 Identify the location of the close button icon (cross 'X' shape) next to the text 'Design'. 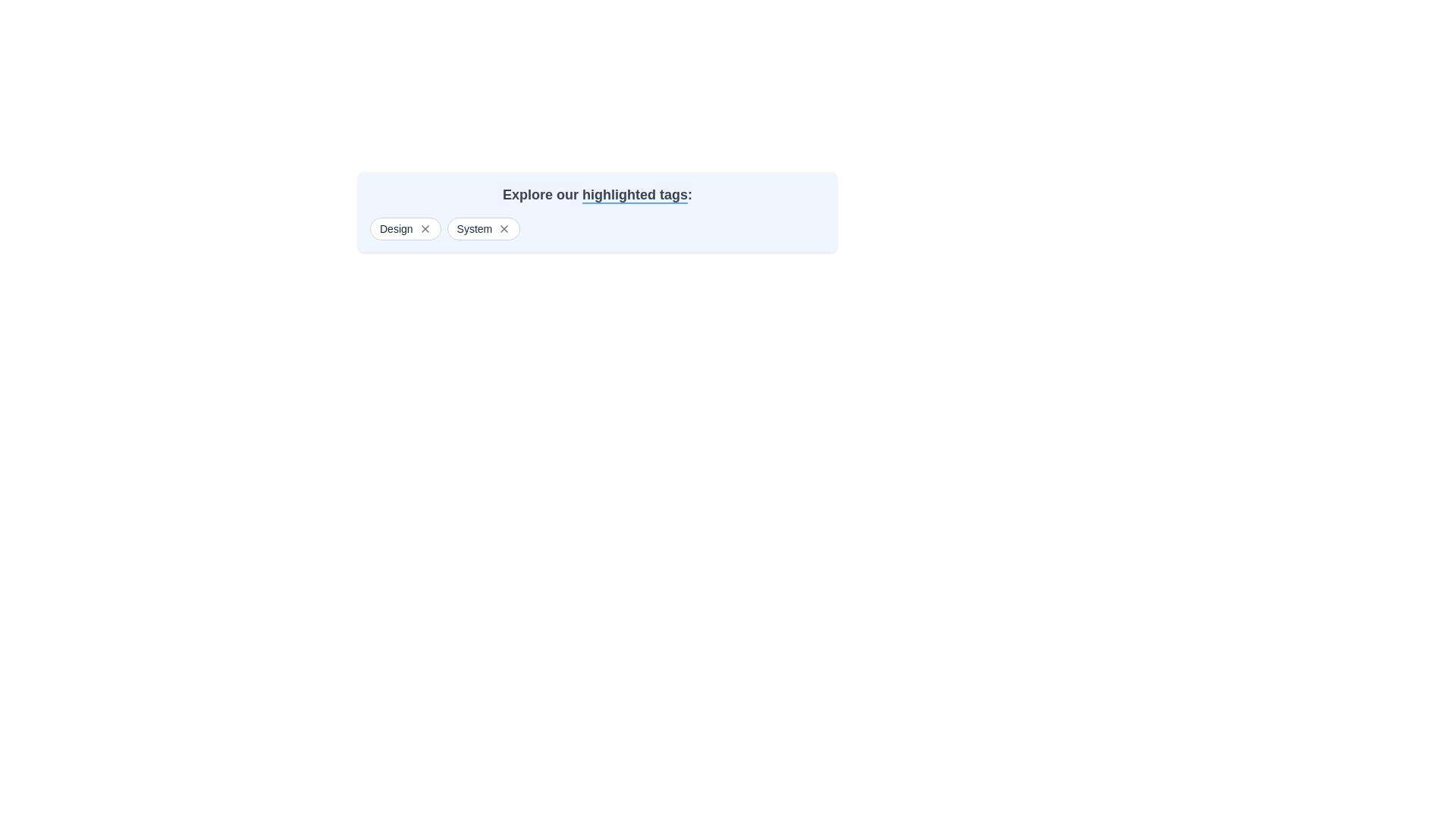
(425, 228).